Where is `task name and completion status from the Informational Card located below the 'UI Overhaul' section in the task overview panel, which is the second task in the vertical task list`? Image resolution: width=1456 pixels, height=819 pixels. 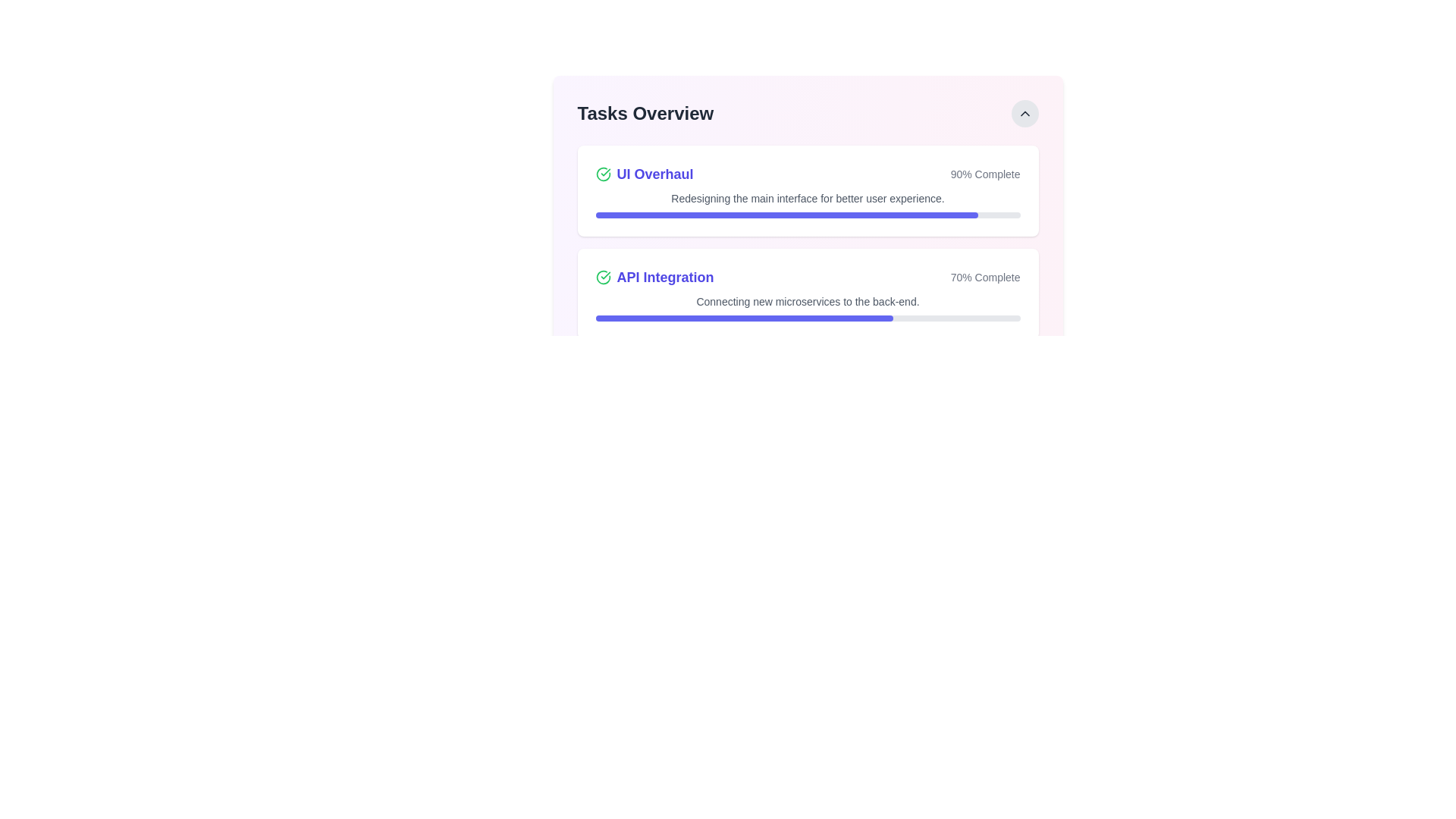 task name and completion status from the Informational Card located below the 'UI Overhaul' section in the task overview panel, which is the second task in the vertical task list is located at coordinates (807, 278).